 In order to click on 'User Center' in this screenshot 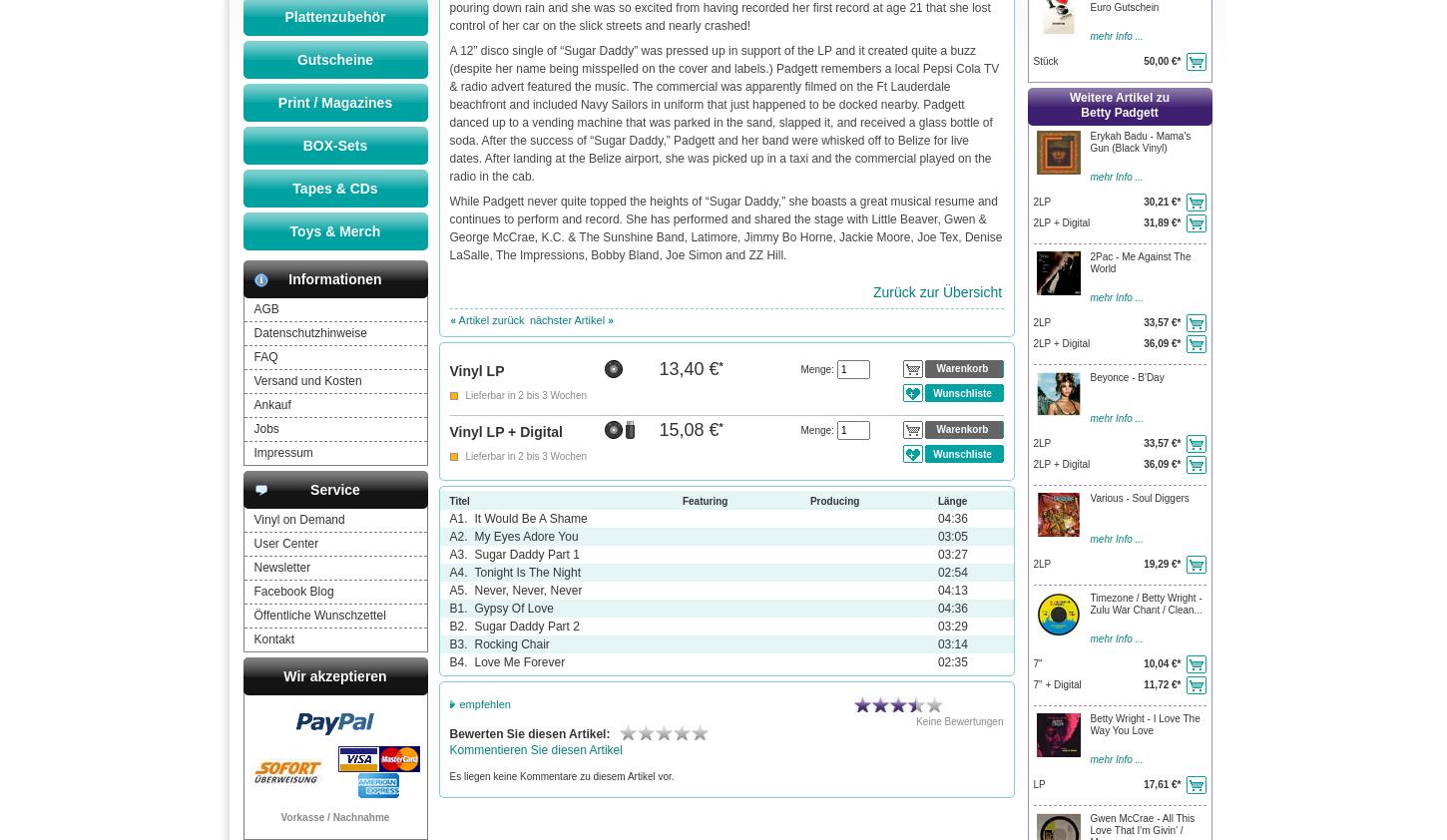, I will do `click(285, 543)`.